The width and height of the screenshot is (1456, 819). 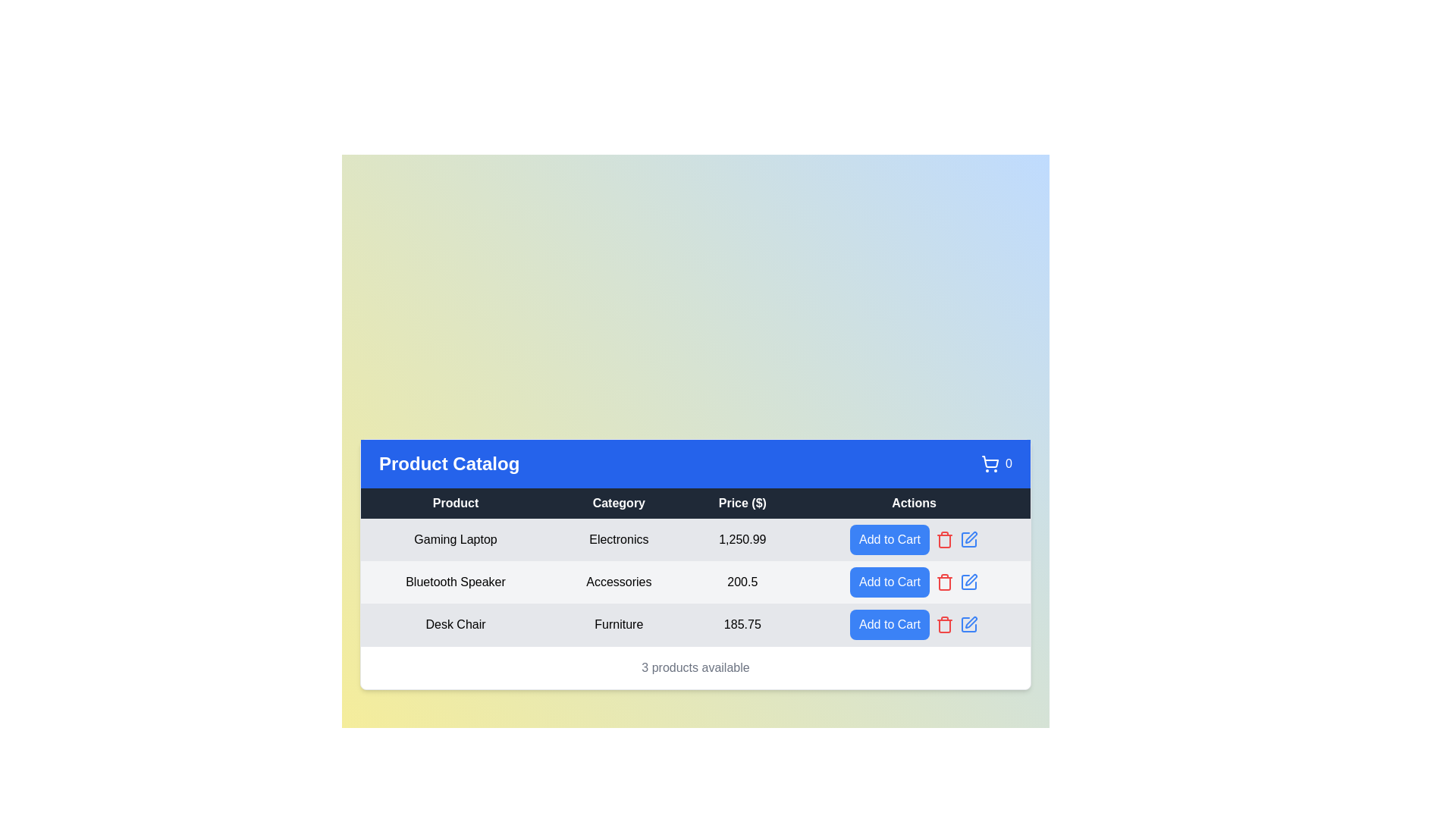 I want to click on the 'Desk Chair' text label located in the third row of the product table under the 'Product' column, so click(x=454, y=624).